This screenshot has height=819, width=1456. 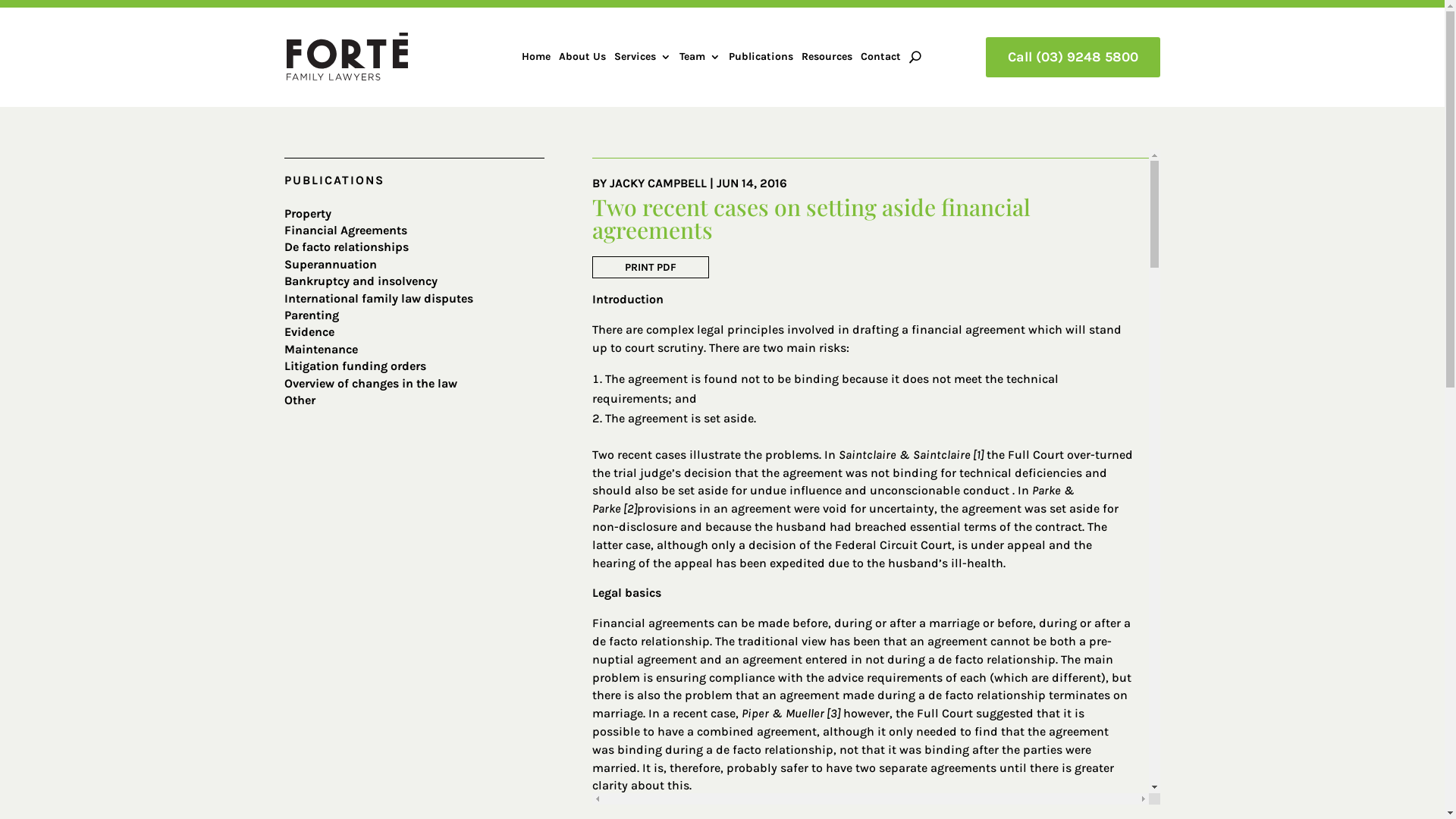 What do you see at coordinates (307, 213) in the screenshot?
I see `'Property'` at bounding box center [307, 213].